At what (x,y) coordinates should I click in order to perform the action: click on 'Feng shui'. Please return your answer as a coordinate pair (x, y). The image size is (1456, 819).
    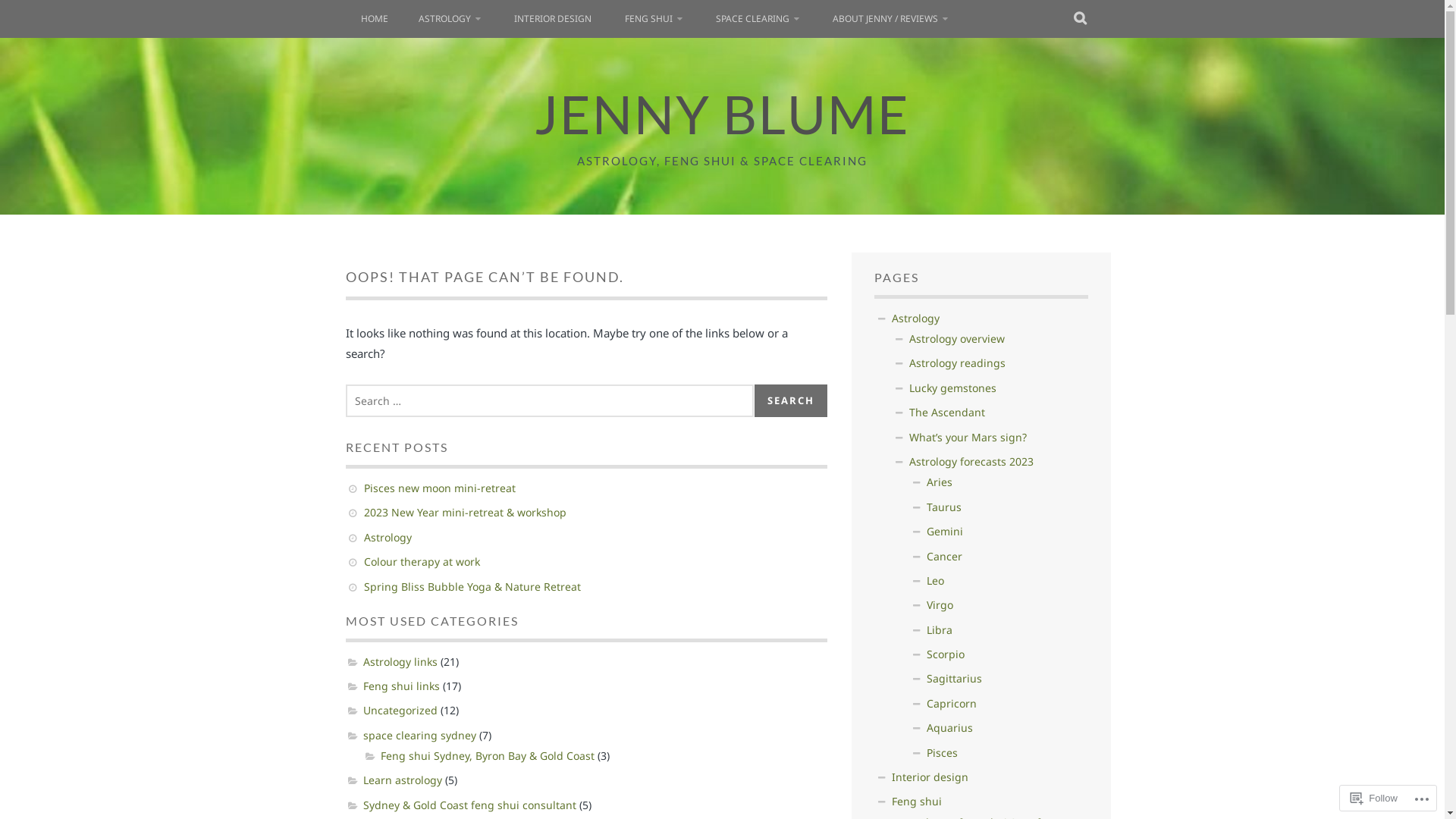
    Looking at the image, I should click on (892, 800).